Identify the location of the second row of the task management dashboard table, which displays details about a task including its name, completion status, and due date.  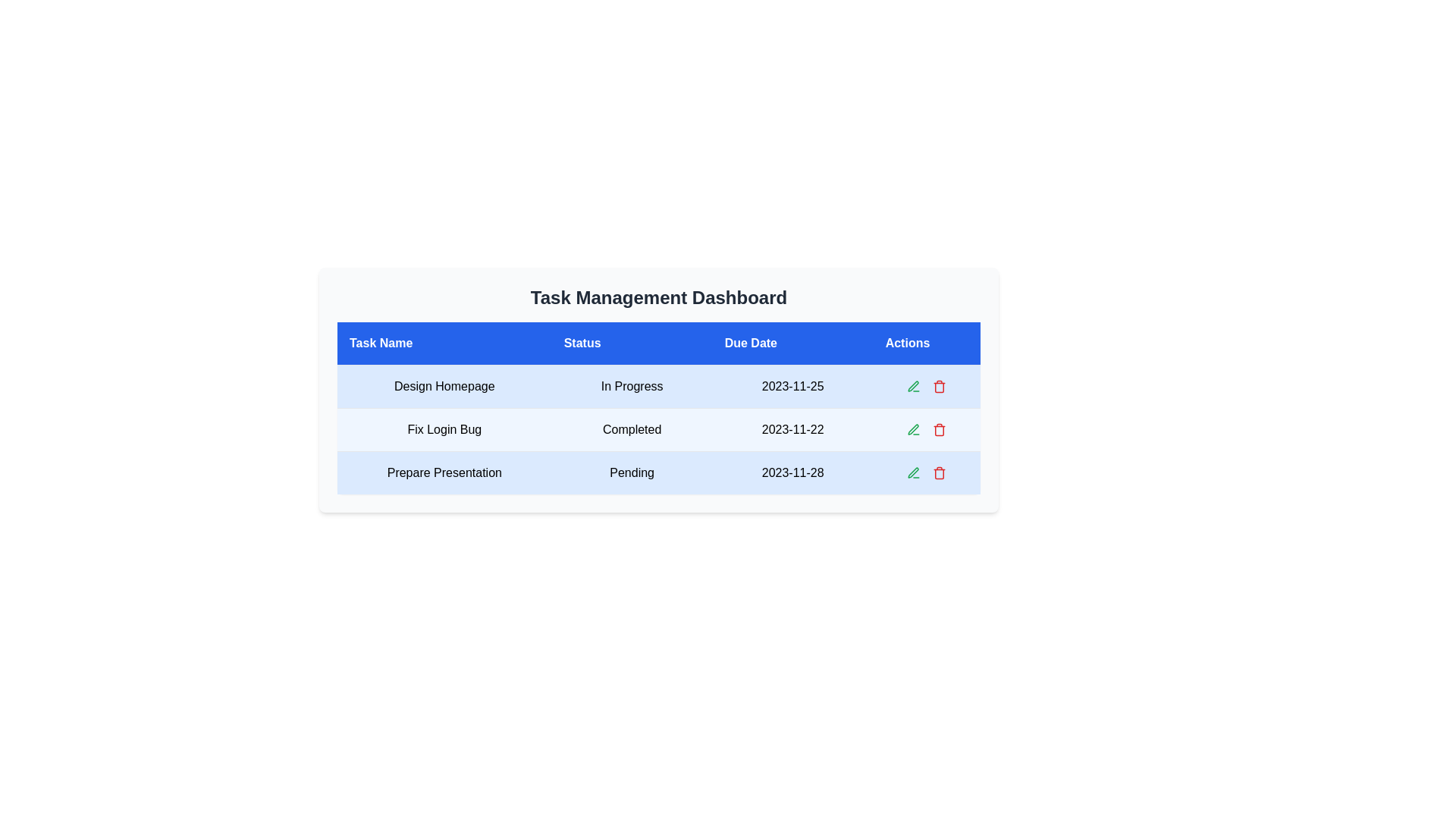
(658, 430).